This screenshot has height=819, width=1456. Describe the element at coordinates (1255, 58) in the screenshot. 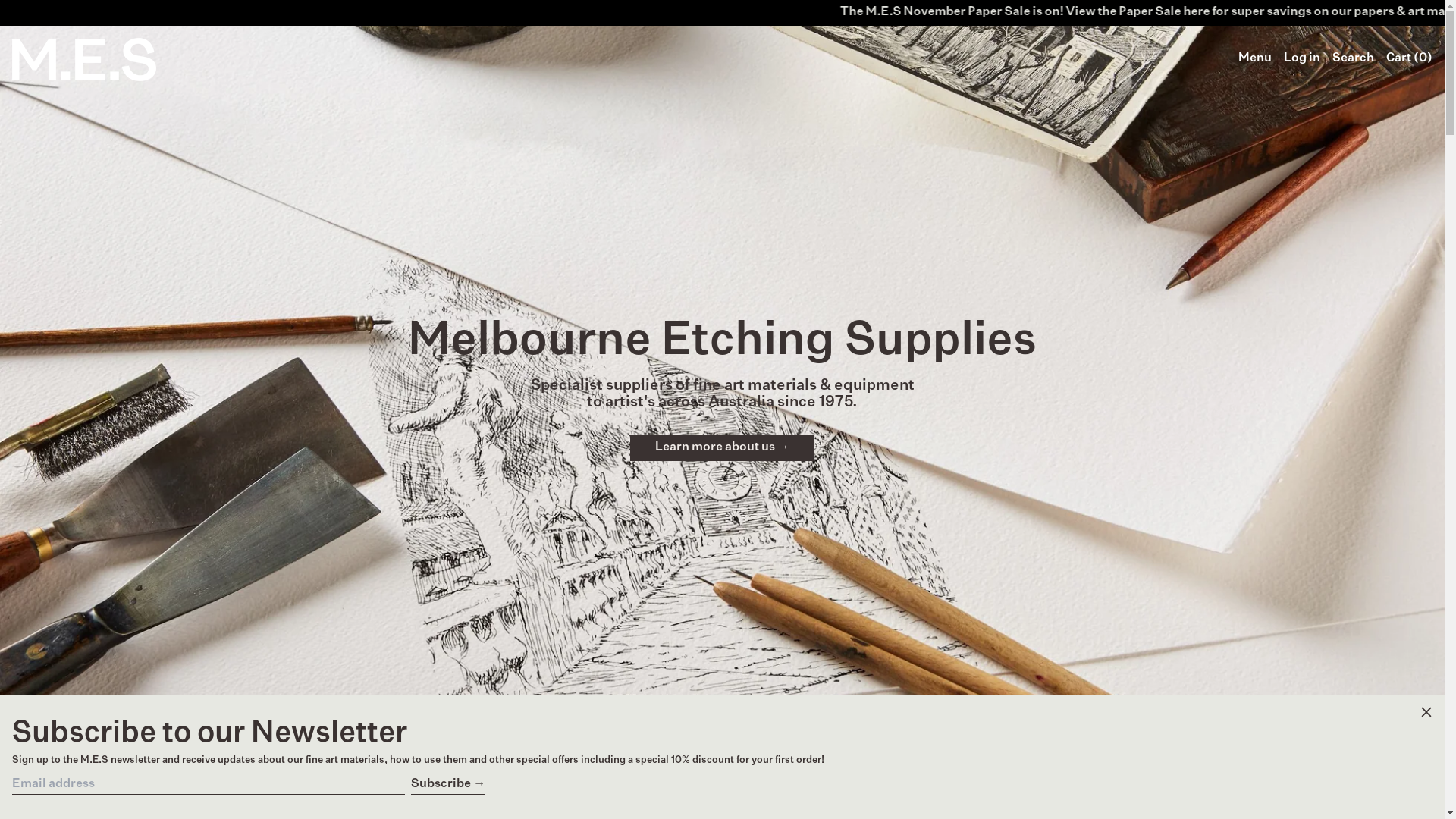

I see `'Menu'` at that location.